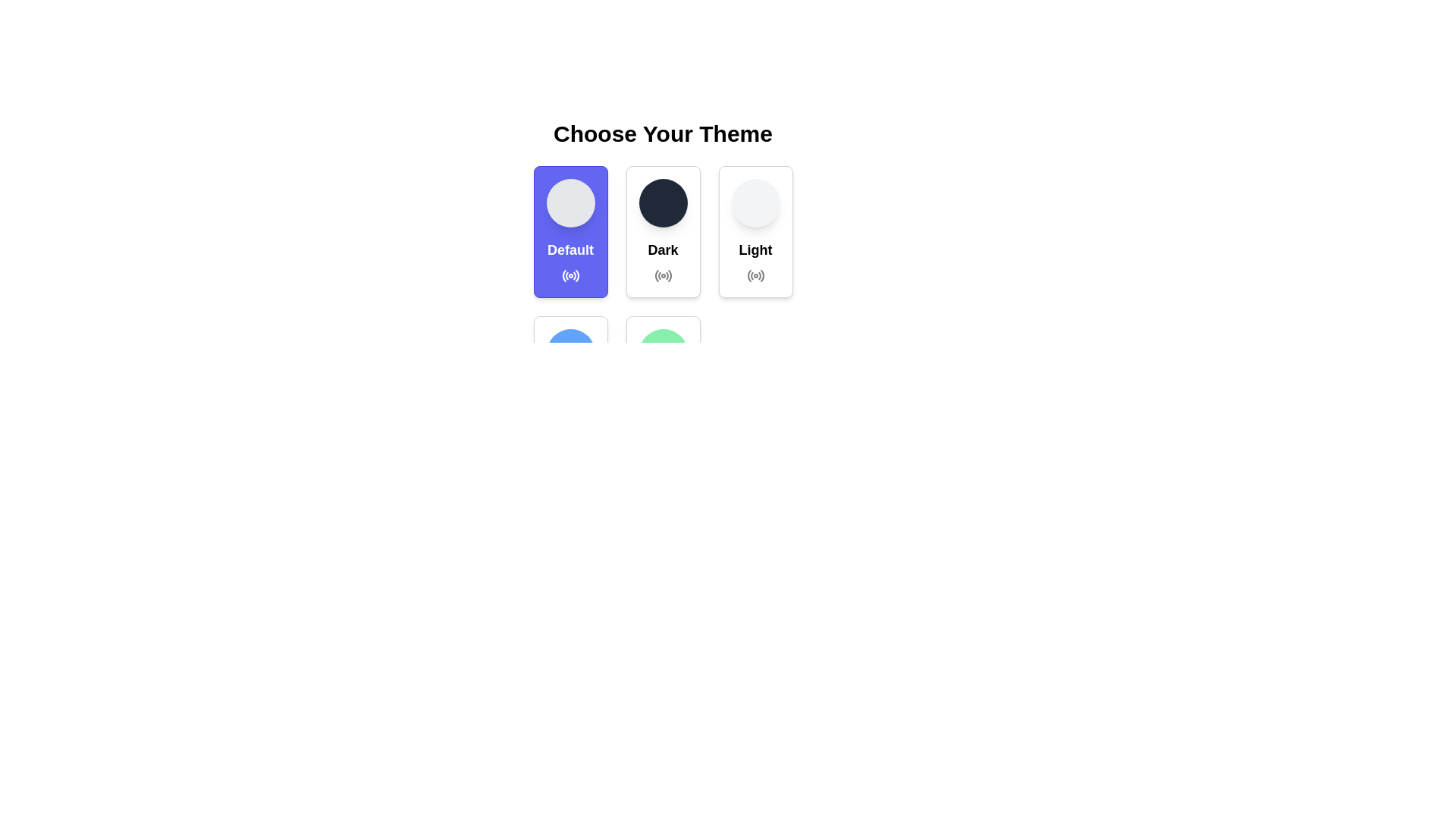  What do you see at coordinates (755, 231) in the screenshot?
I see `the 'Light' selectable card` at bounding box center [755, 231].